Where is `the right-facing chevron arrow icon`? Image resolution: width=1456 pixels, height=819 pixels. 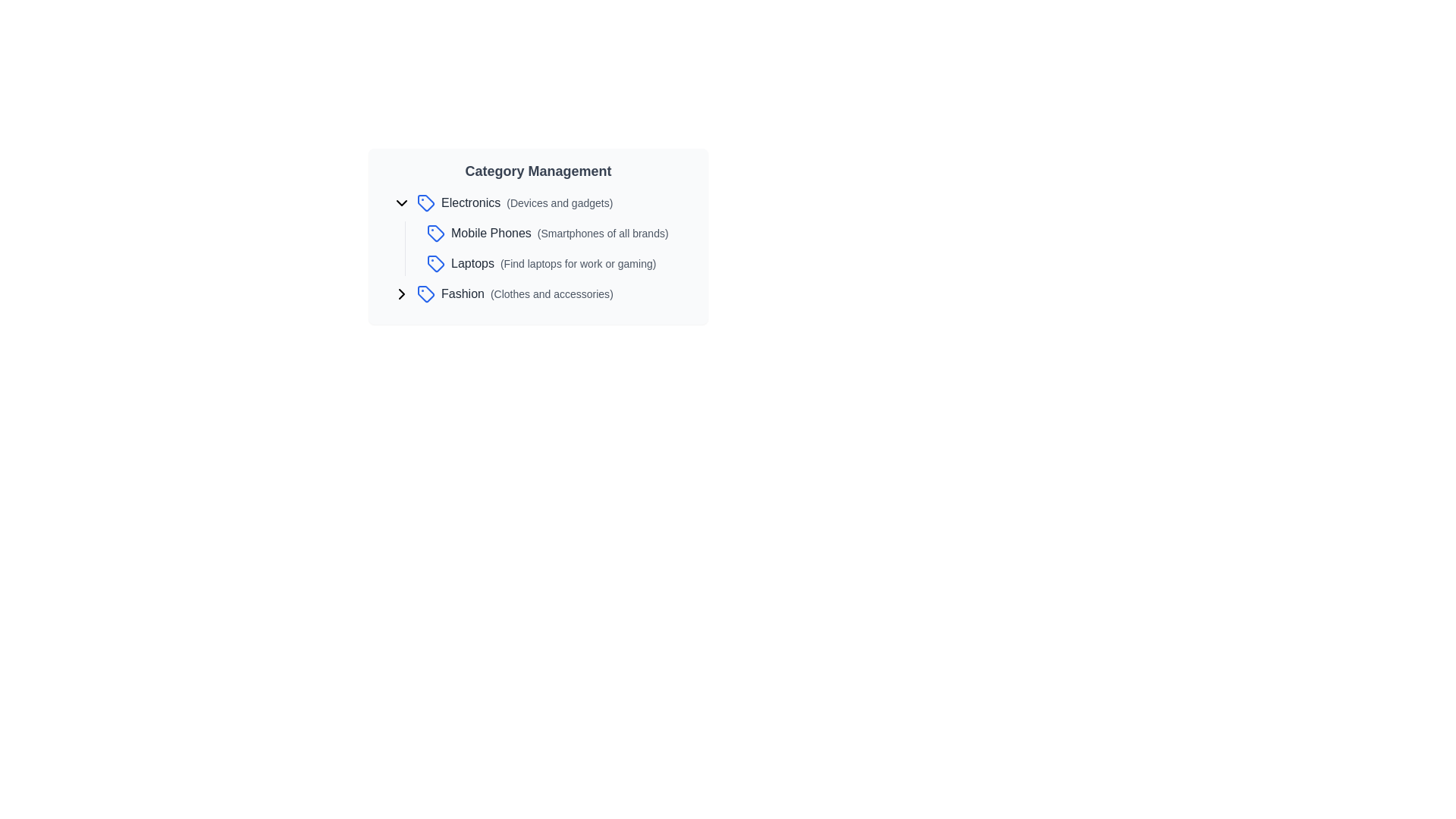 the right-facing chevron arrow icon is located at coordinates (401, 294).